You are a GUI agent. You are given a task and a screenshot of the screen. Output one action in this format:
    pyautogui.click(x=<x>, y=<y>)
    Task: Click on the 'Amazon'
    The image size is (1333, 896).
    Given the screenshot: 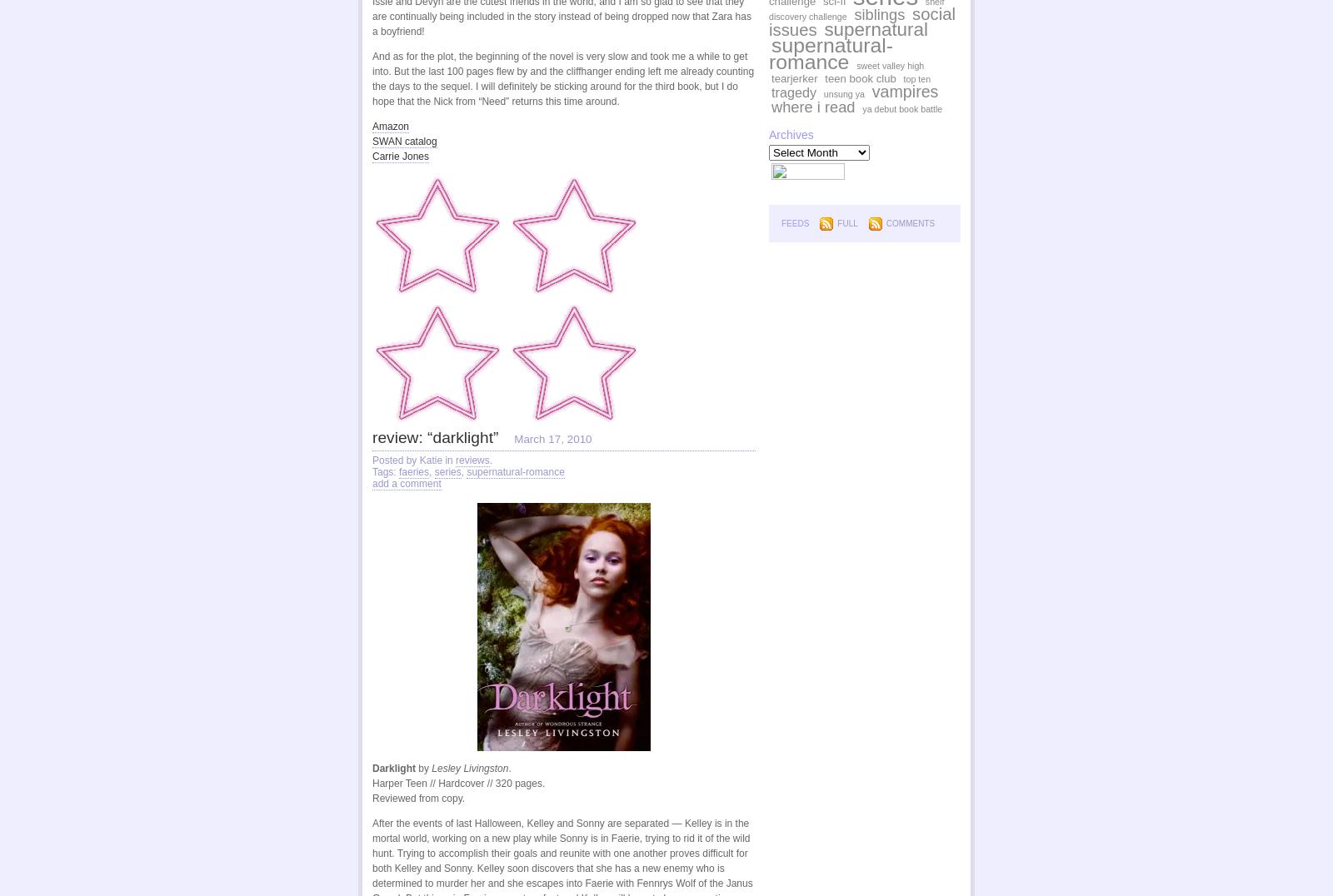 What is the action you would take?
    pyautogui.click(x=372, y=127)
    